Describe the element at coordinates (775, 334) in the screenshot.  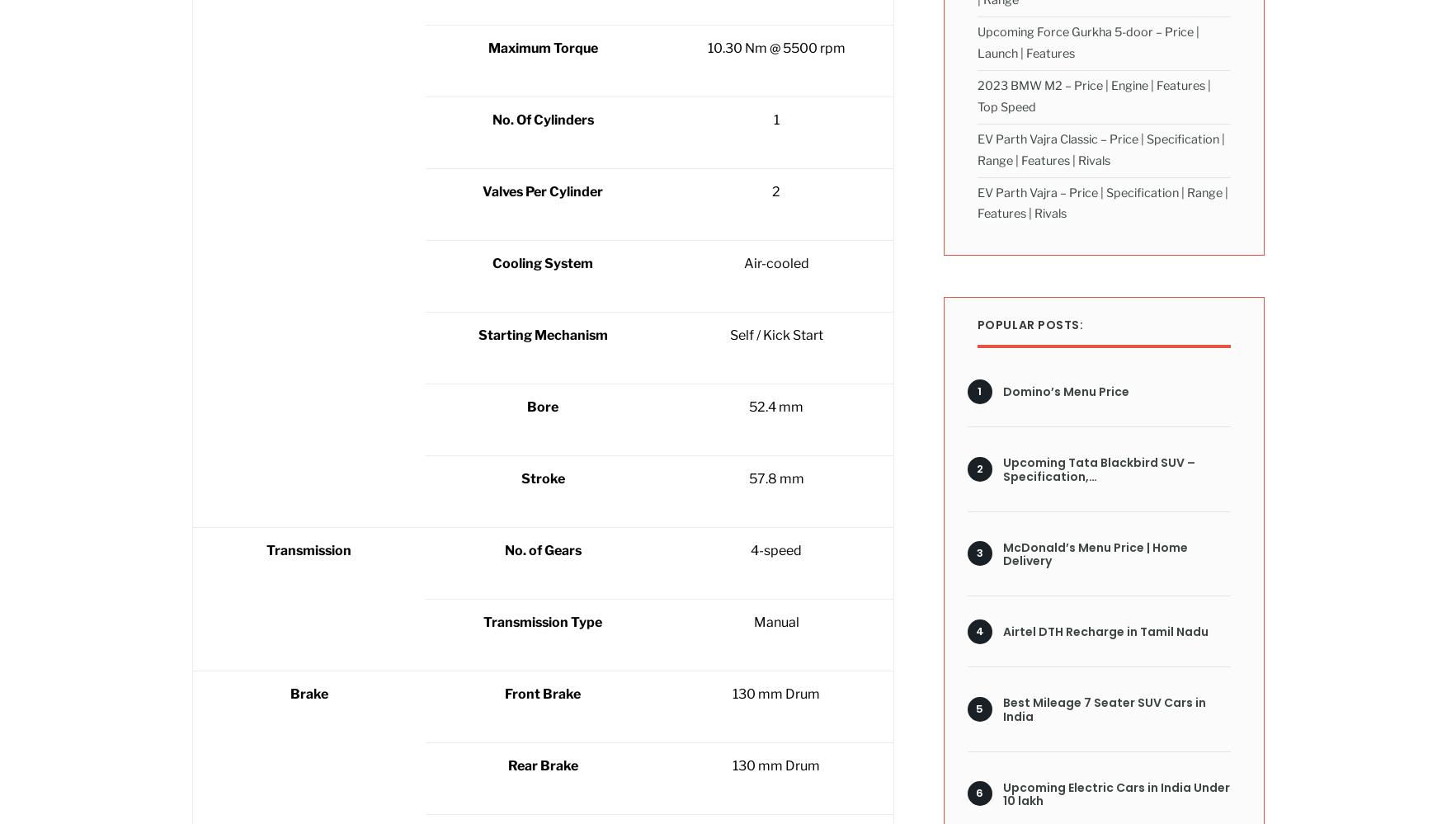
I see `'Self / Kick Start'` at that location.